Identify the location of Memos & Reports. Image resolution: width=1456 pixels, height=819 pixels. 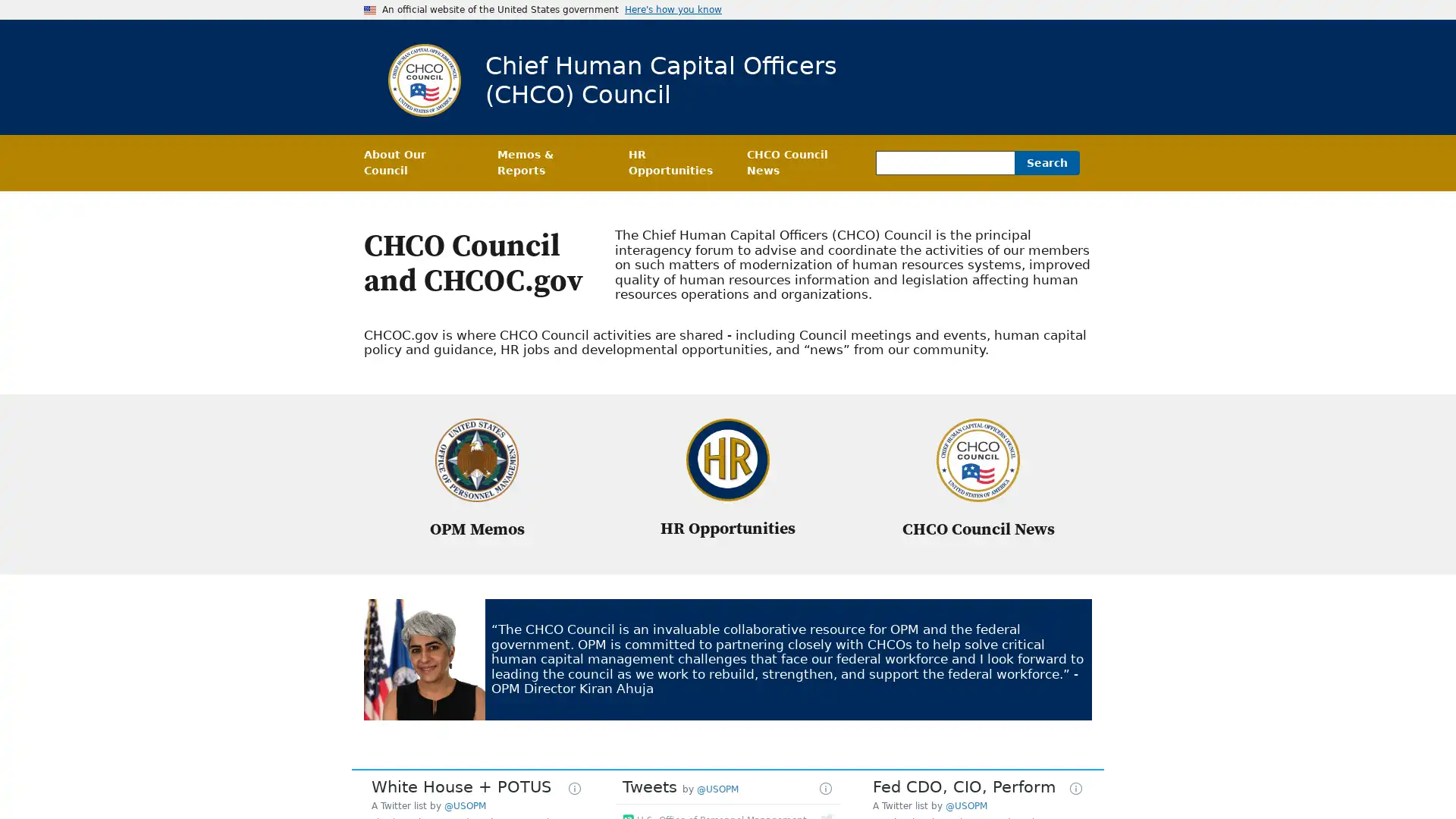
(549, 163).